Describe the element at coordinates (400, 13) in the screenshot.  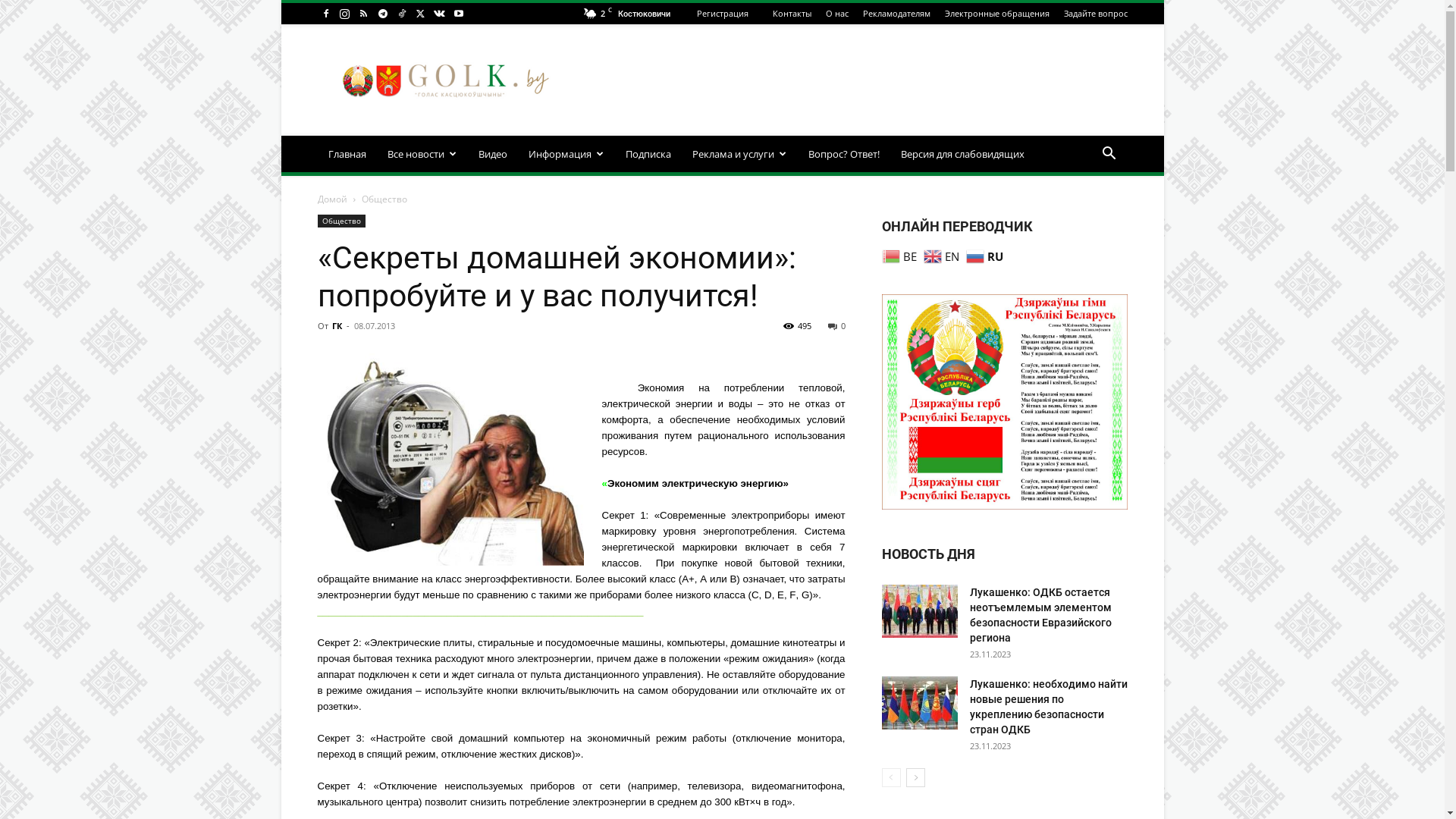
I see `'TikTok'` at that location.